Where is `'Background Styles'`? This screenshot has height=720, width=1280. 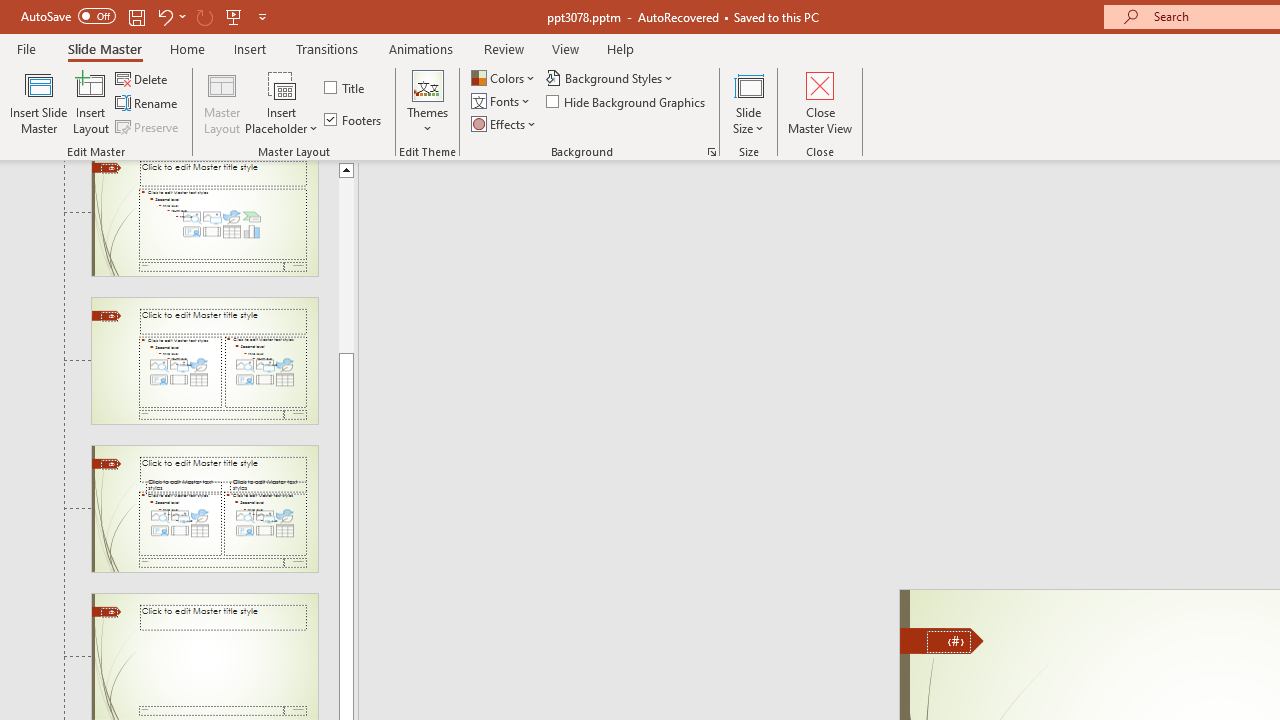
'Background Styles' is located at coordinates (610, 77).